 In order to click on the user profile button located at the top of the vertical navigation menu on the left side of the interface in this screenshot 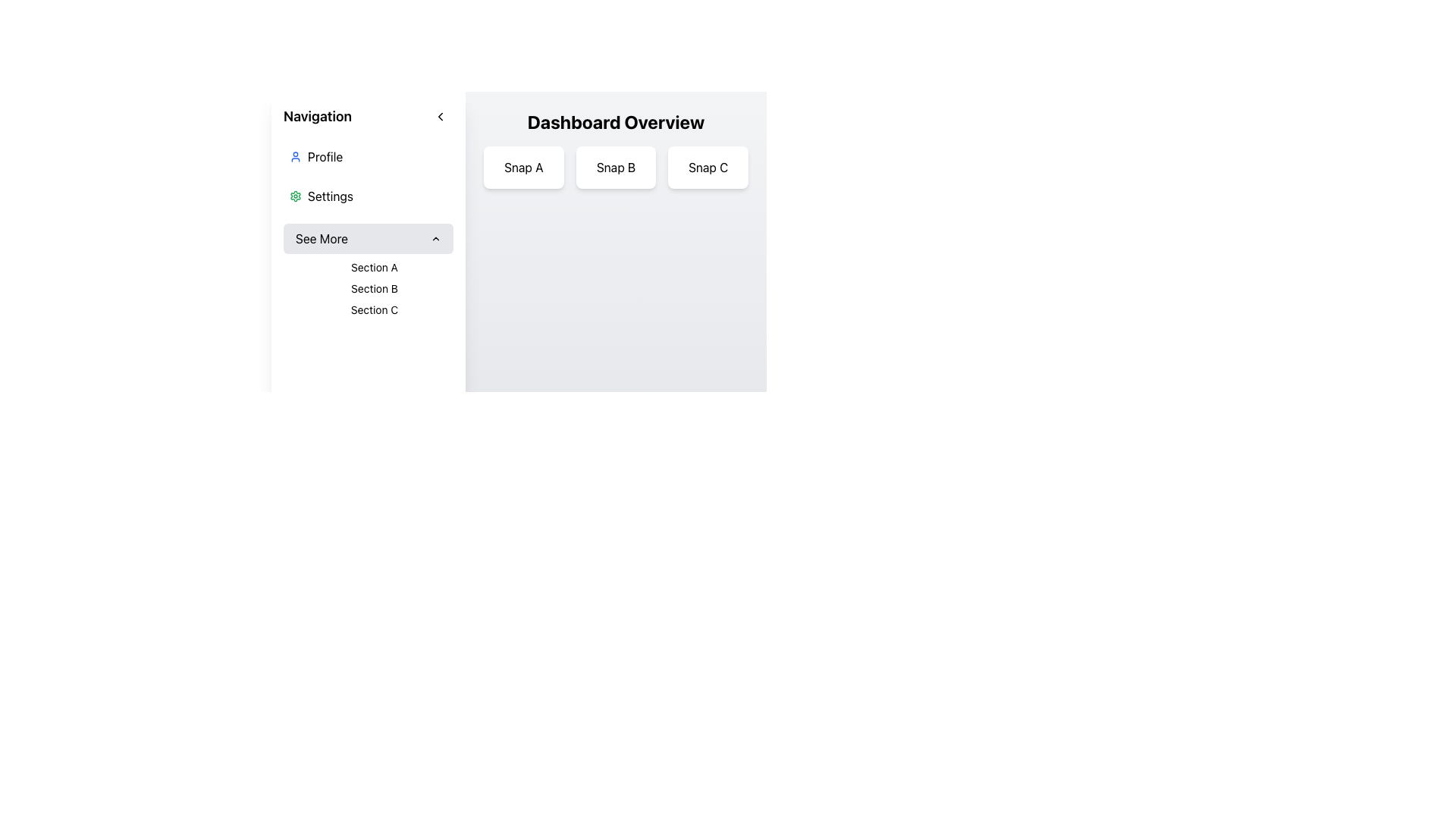, I will do `click(368, 157)`.